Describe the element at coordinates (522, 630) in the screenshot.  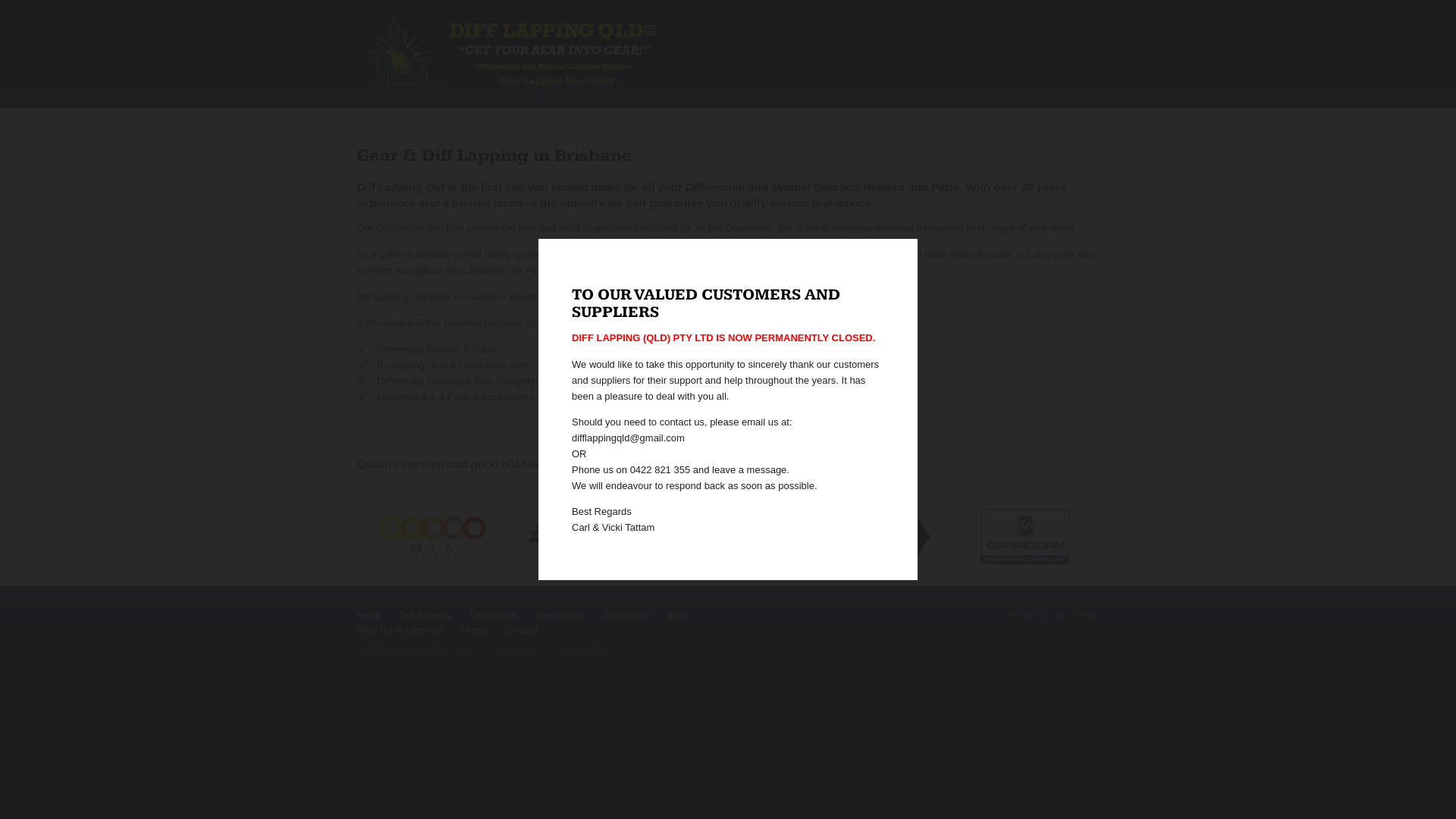
I see `'Contact'` at that location.